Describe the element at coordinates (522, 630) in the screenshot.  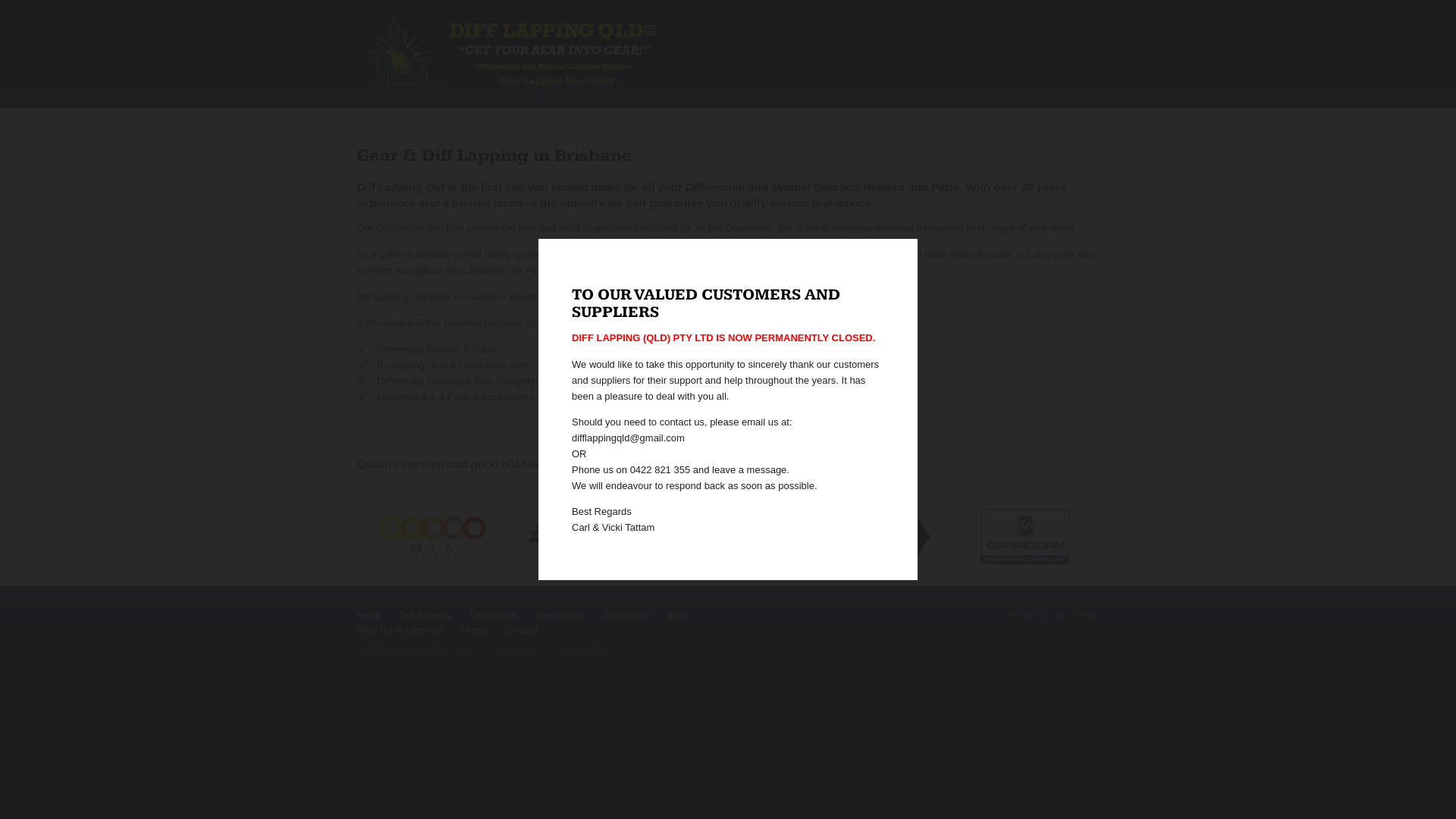
I see `'Contact'` at that location.